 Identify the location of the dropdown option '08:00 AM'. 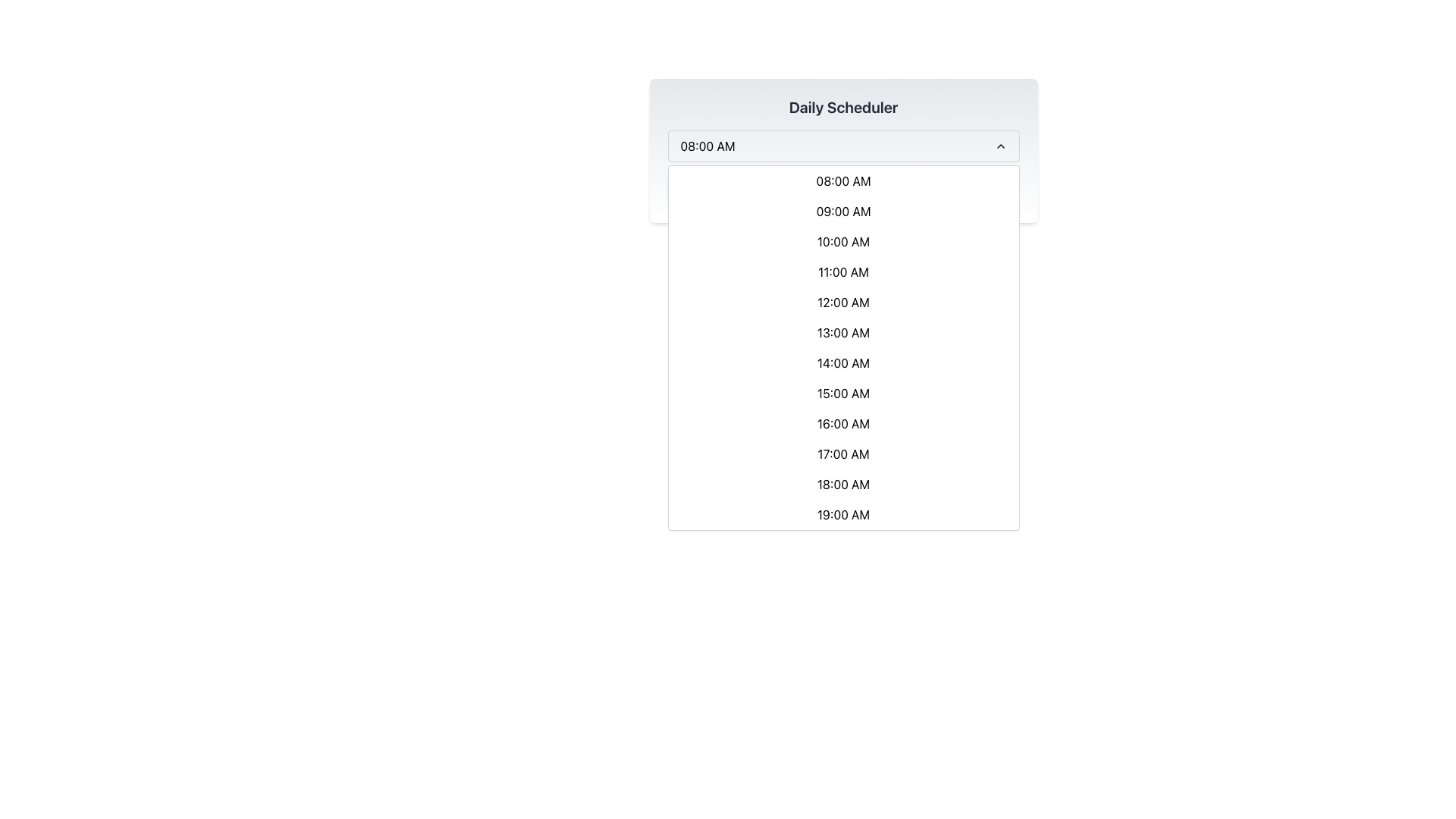
(843, 189).